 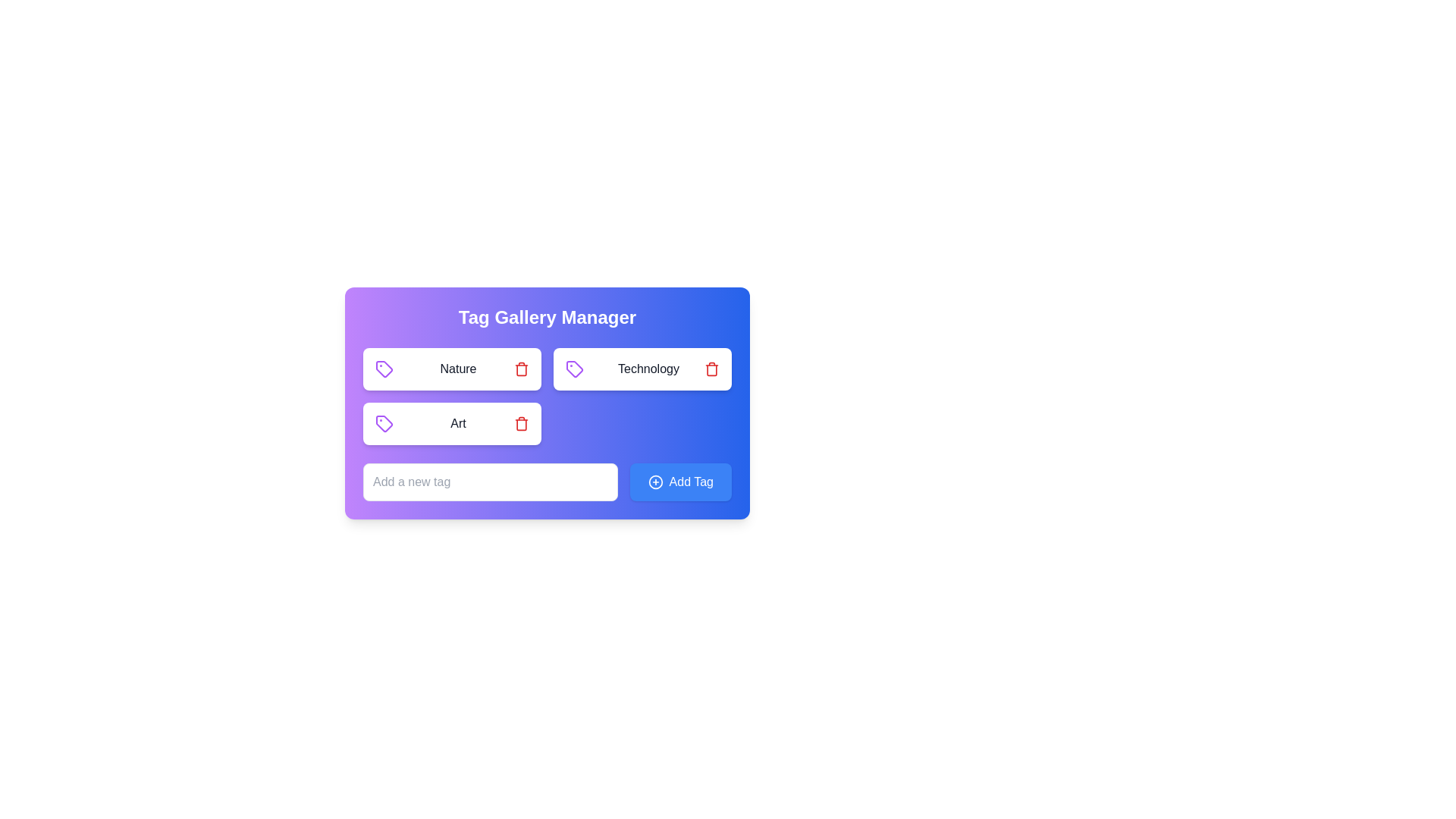 What do you see at coordinates (574, 369) in the screenshot?
I see `the 'Technology' tag icon located to the left of the text 'Technology' and adjacent to the delete icon` at bounding box center [574, 369].